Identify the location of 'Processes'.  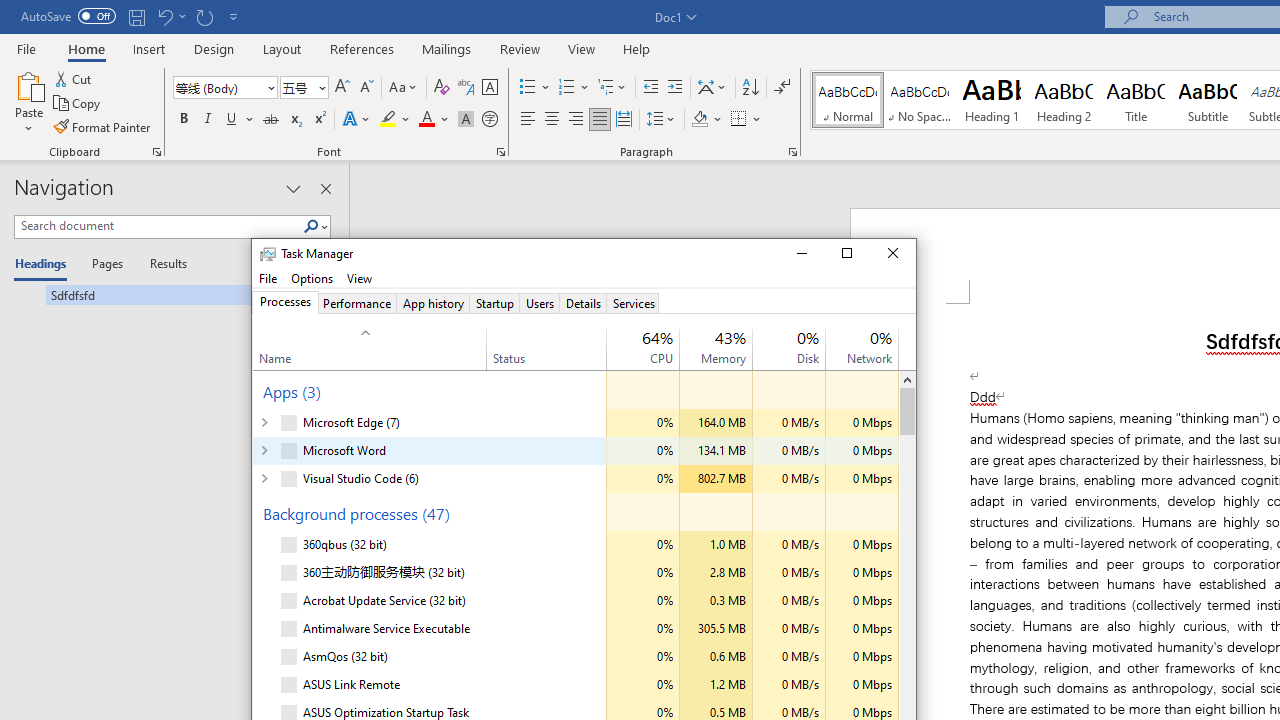
(284, 303).